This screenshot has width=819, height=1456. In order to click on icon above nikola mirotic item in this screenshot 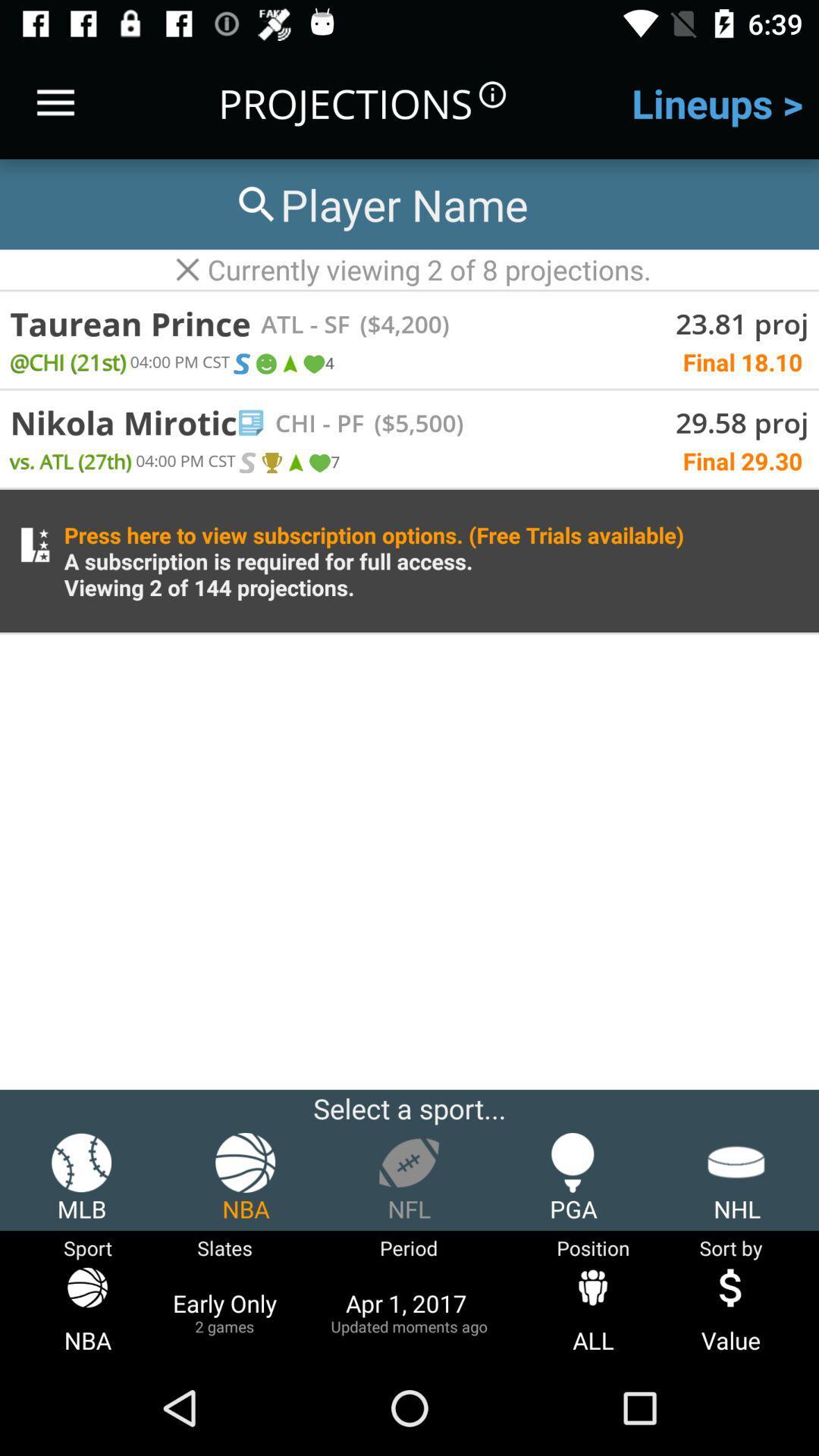, I will do `click(240, 364)`.